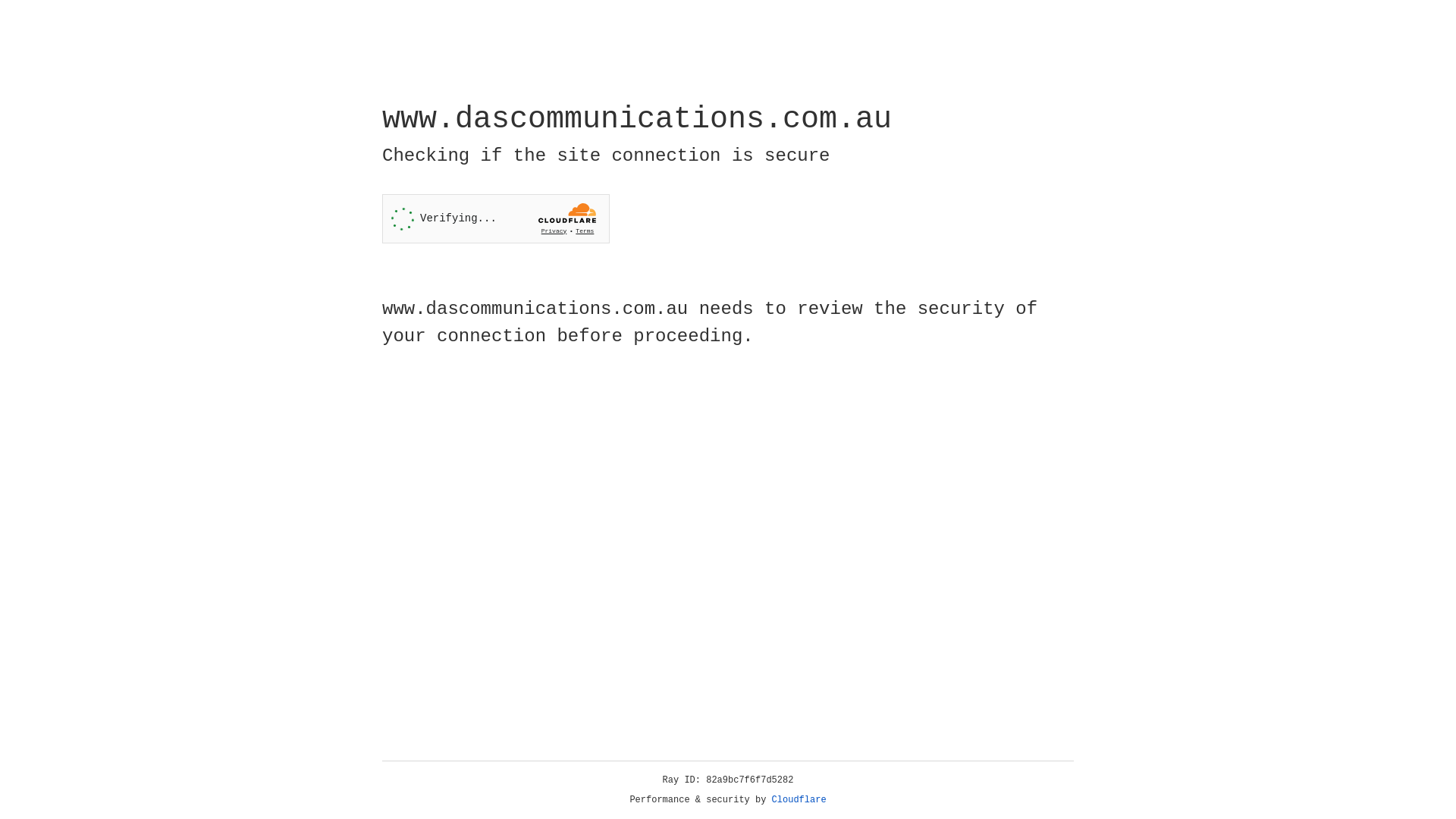 The height and width of the screenshot is (819, 1456). What do you see at coordinates (799, 799) in the screenshot?
I see `'Cloudflare'` at bounding box center [799, 799].